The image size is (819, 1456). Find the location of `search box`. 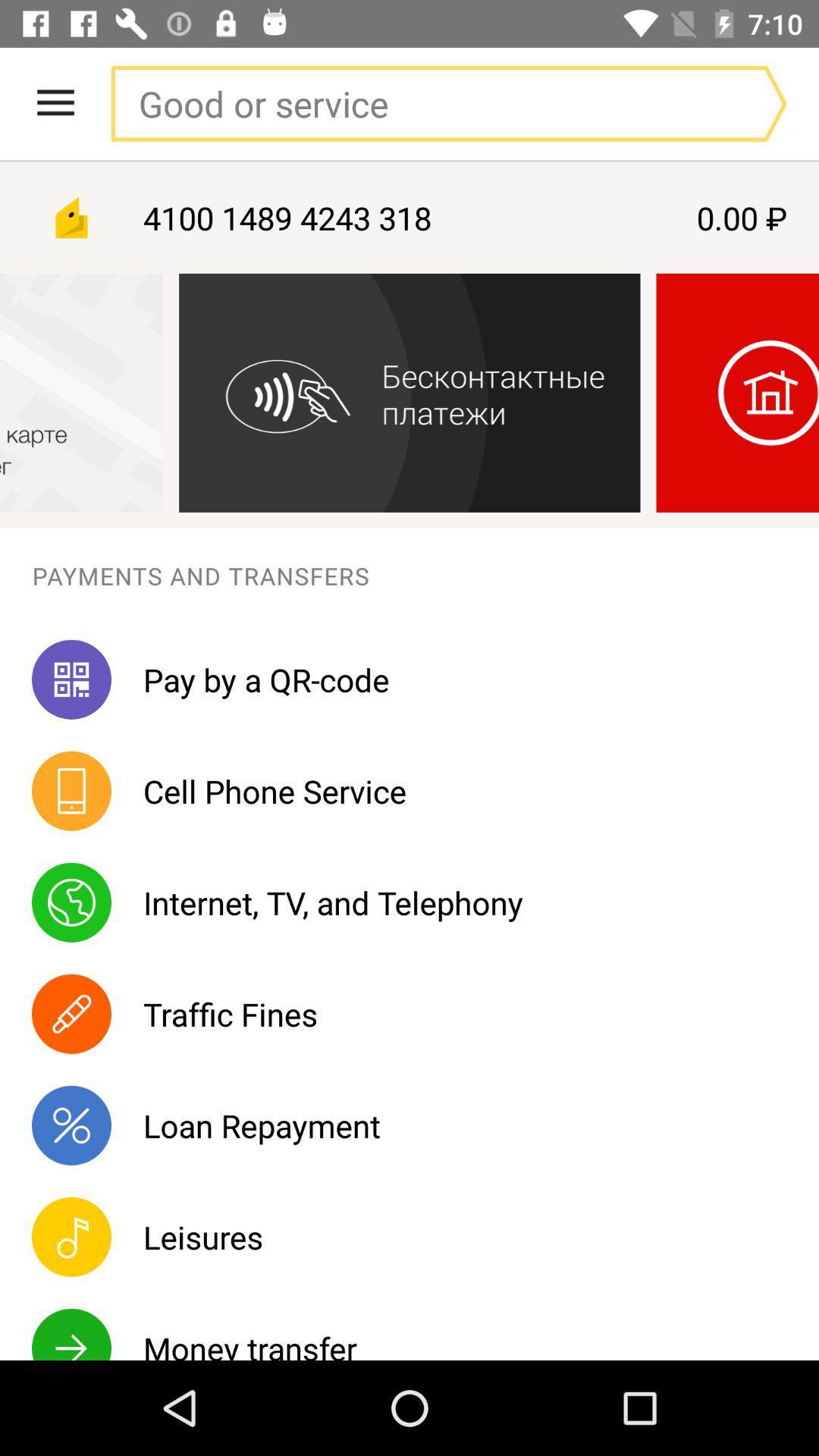

search box is located at coordinates (418, 102).